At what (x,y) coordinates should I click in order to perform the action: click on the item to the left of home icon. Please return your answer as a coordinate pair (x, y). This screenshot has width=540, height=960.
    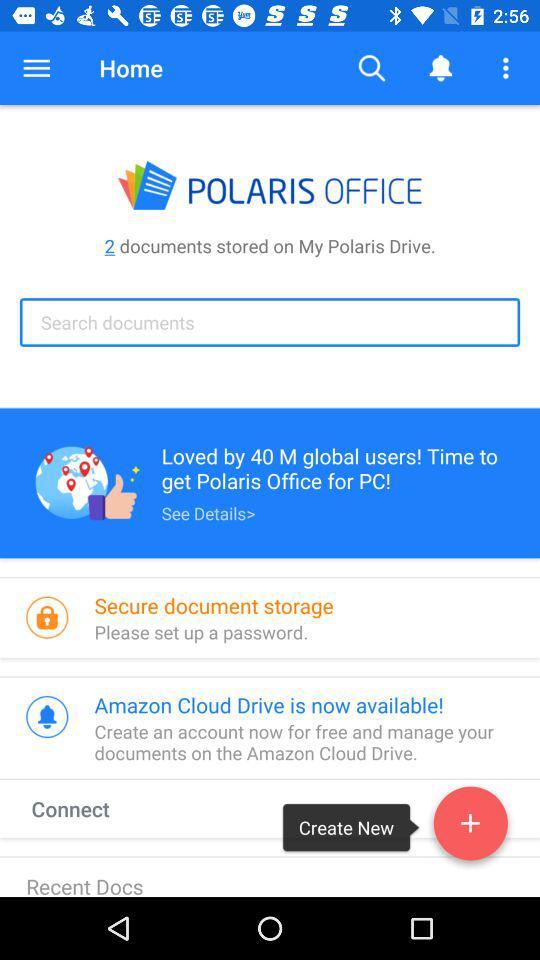
    Looking at the image, I should click on (36, 68).